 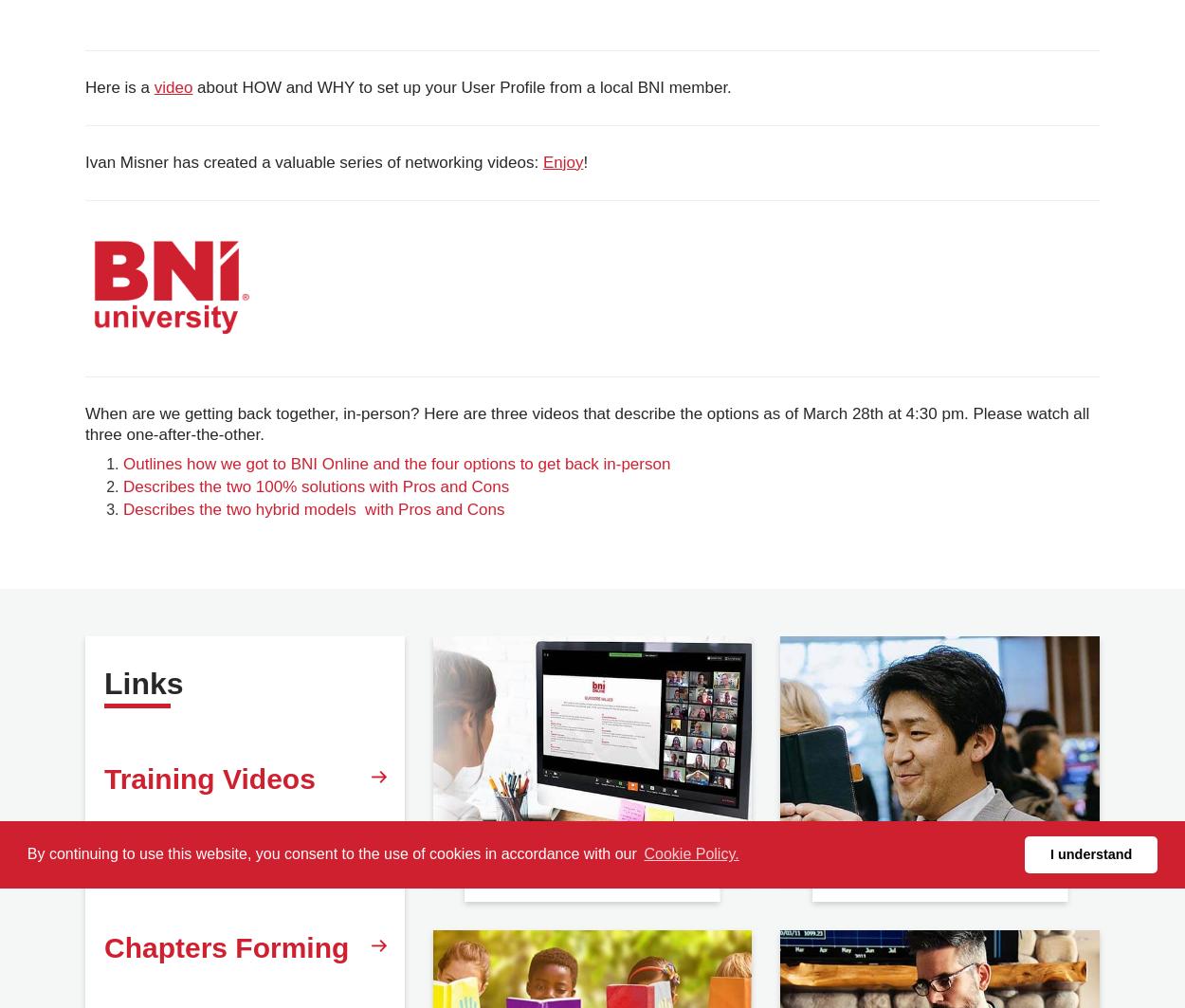 I want to click on 'Training Videos', so click(x=209, y=777).